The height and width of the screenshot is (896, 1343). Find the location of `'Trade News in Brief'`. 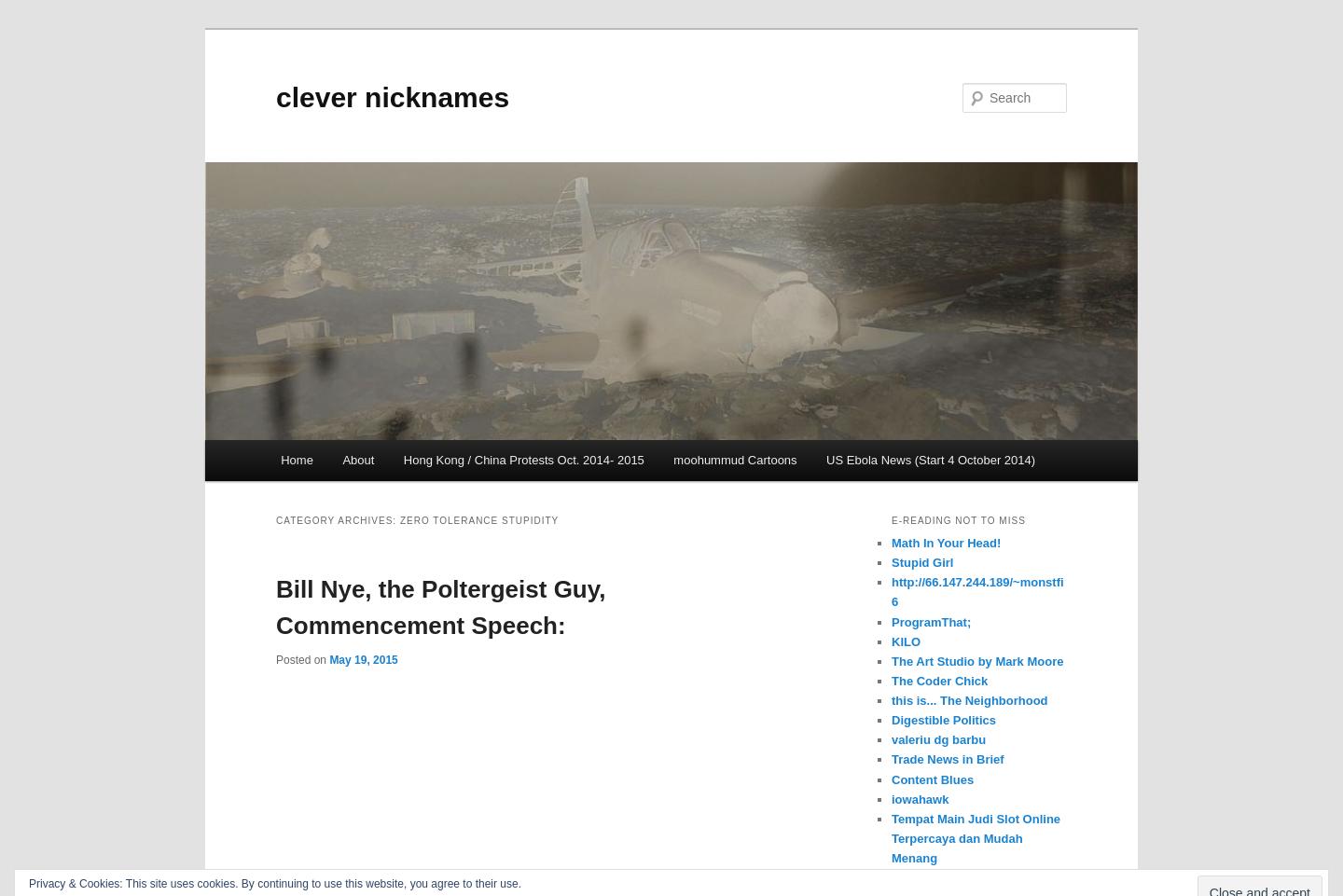

'Trade News in Brief' is located at coordinates (947, 759).